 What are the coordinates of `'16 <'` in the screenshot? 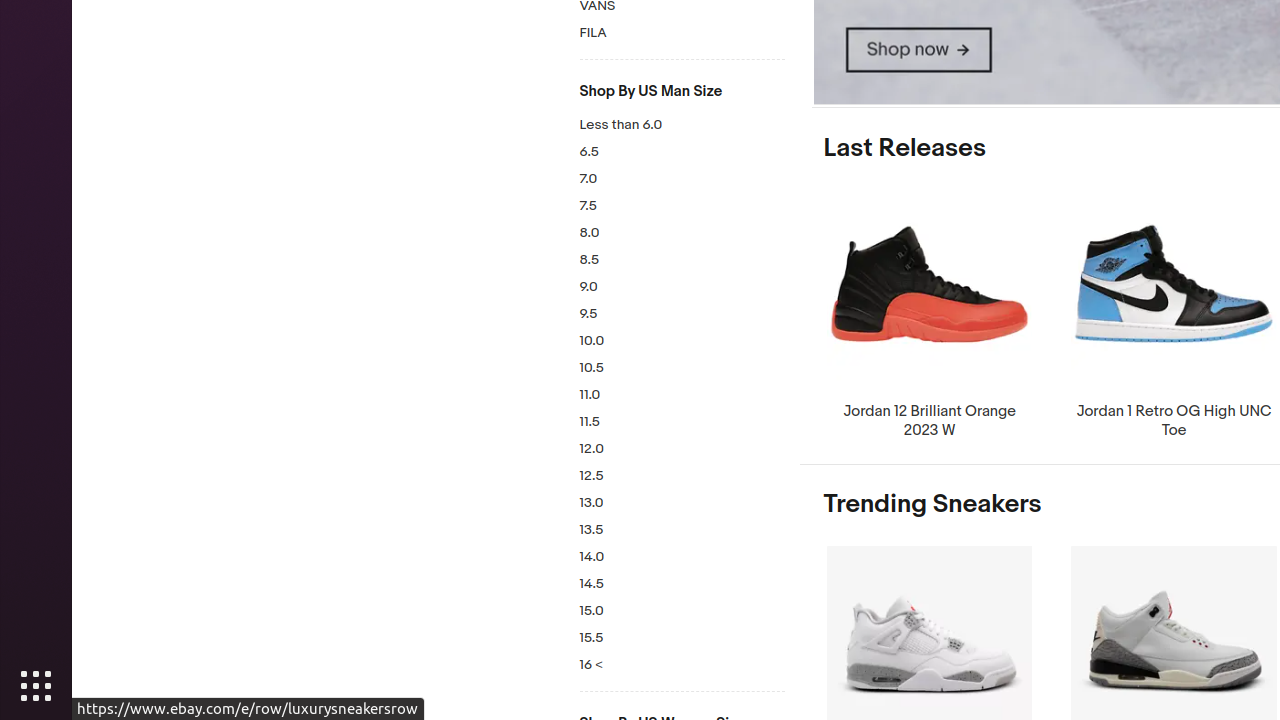 It's located at (681, 665).